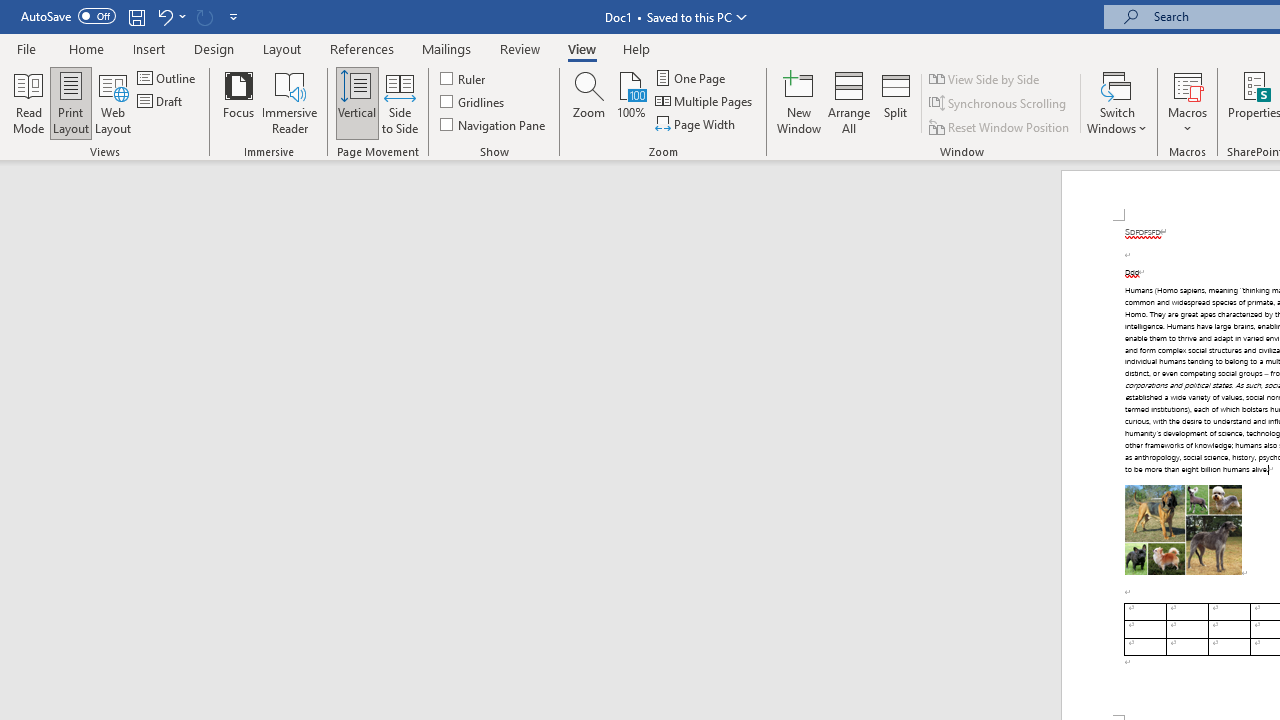 The image size is (1280, 720). What do you see at coordinates (238, 103) in the screenshot?
I see `'Focus'` at bounding box center [238, 103].